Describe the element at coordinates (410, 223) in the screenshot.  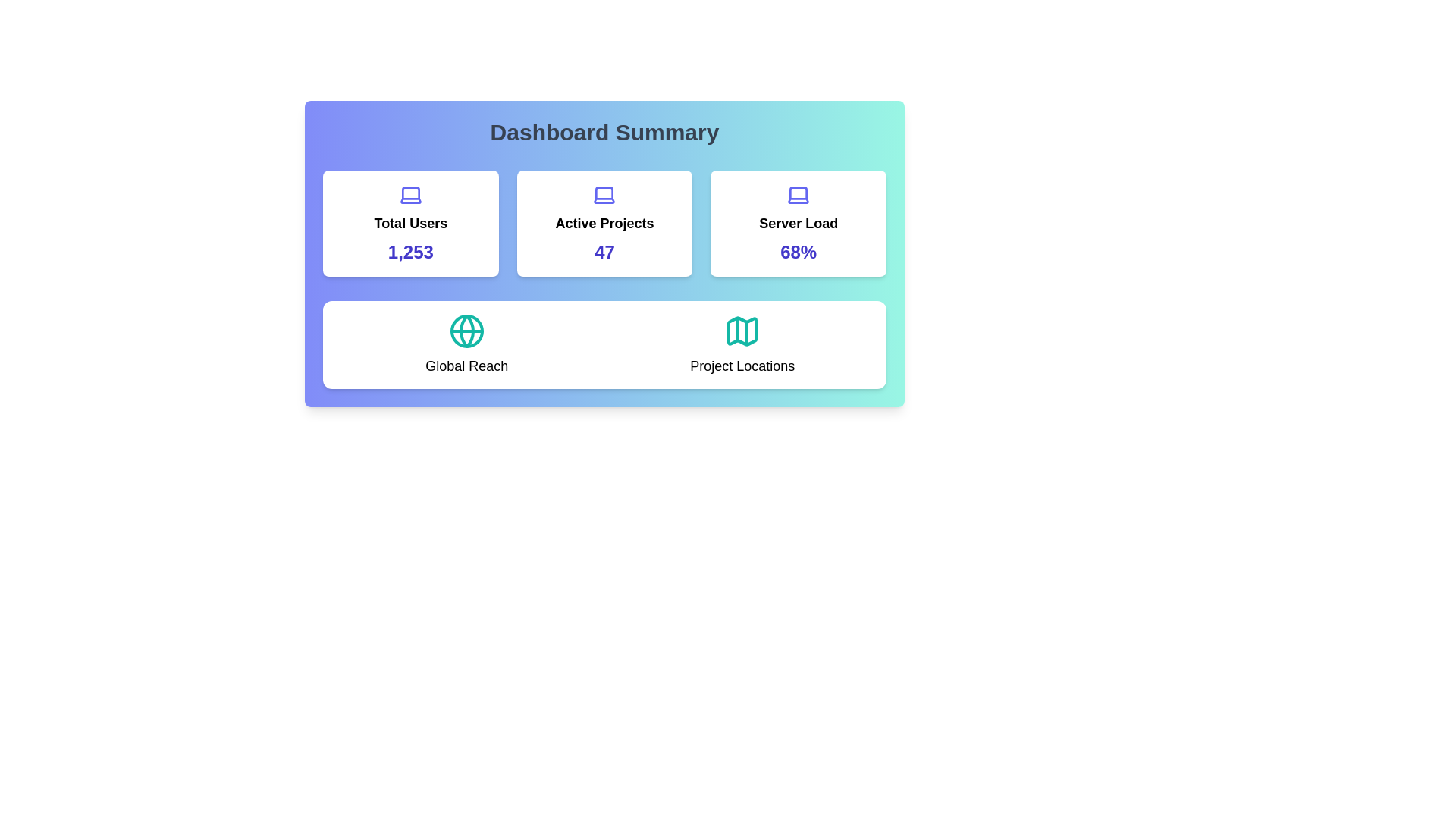
I see `the text label indicating the total number of users ('1,253') located in the first card of the top row of the dashboard grid layout, positioned below the laptop icon` at that location.